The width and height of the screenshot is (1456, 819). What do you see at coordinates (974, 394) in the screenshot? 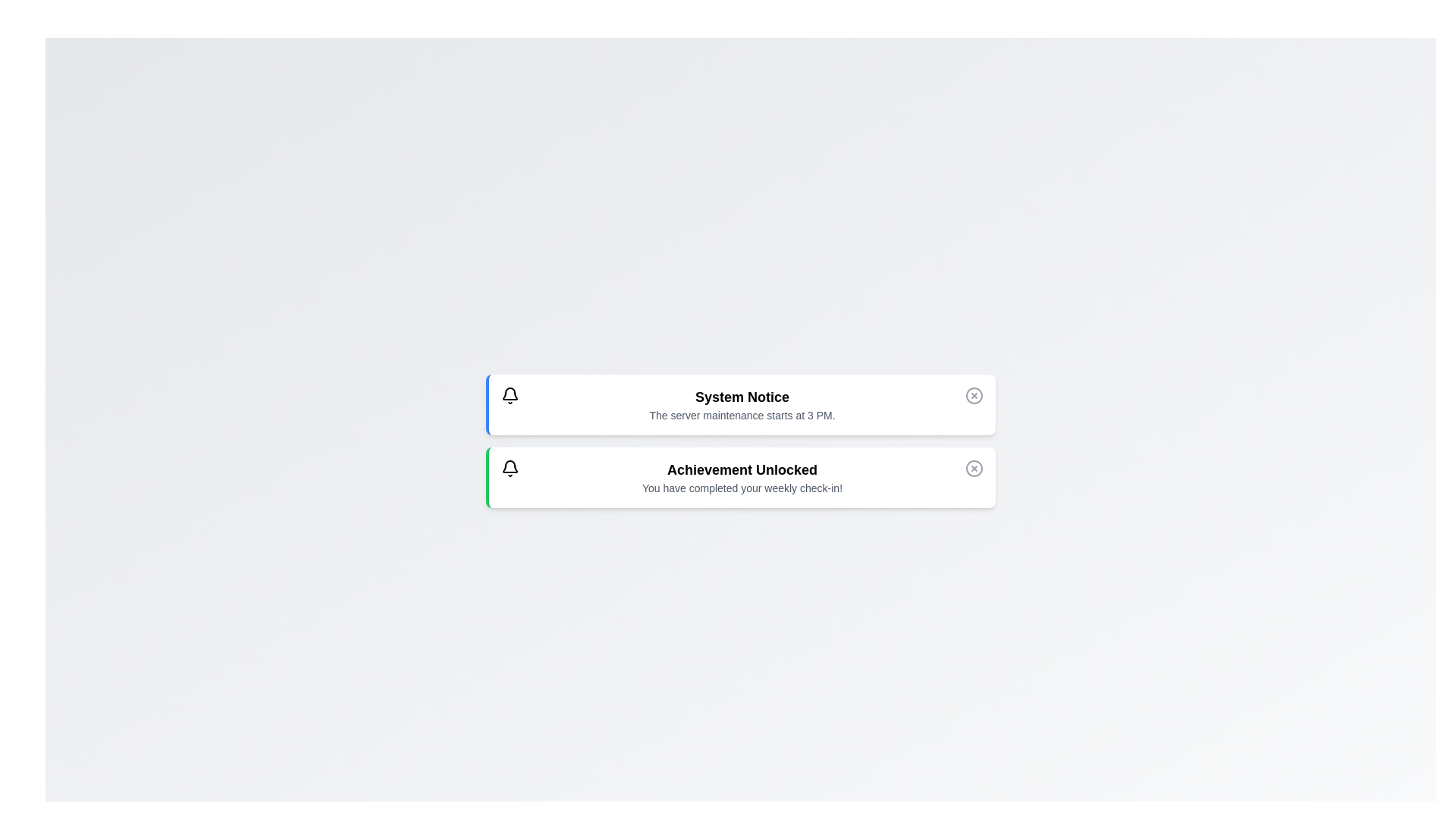
I see `close icon of the notification with title 'System Notice'` at bounding box center [974, 394].